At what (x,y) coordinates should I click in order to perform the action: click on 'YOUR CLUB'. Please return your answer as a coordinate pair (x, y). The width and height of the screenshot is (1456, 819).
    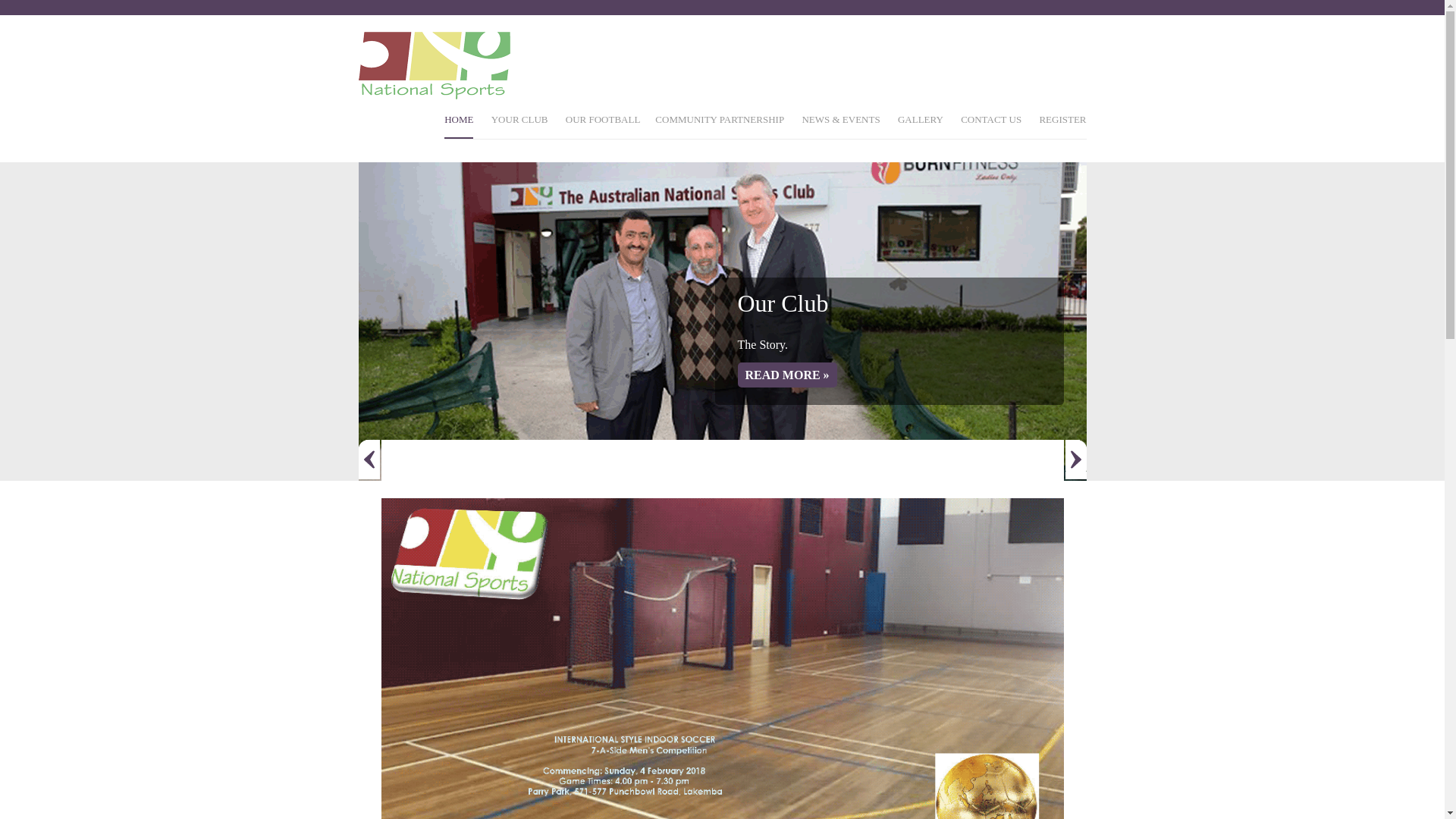
    Looking at the image, I should click on (519, 125).